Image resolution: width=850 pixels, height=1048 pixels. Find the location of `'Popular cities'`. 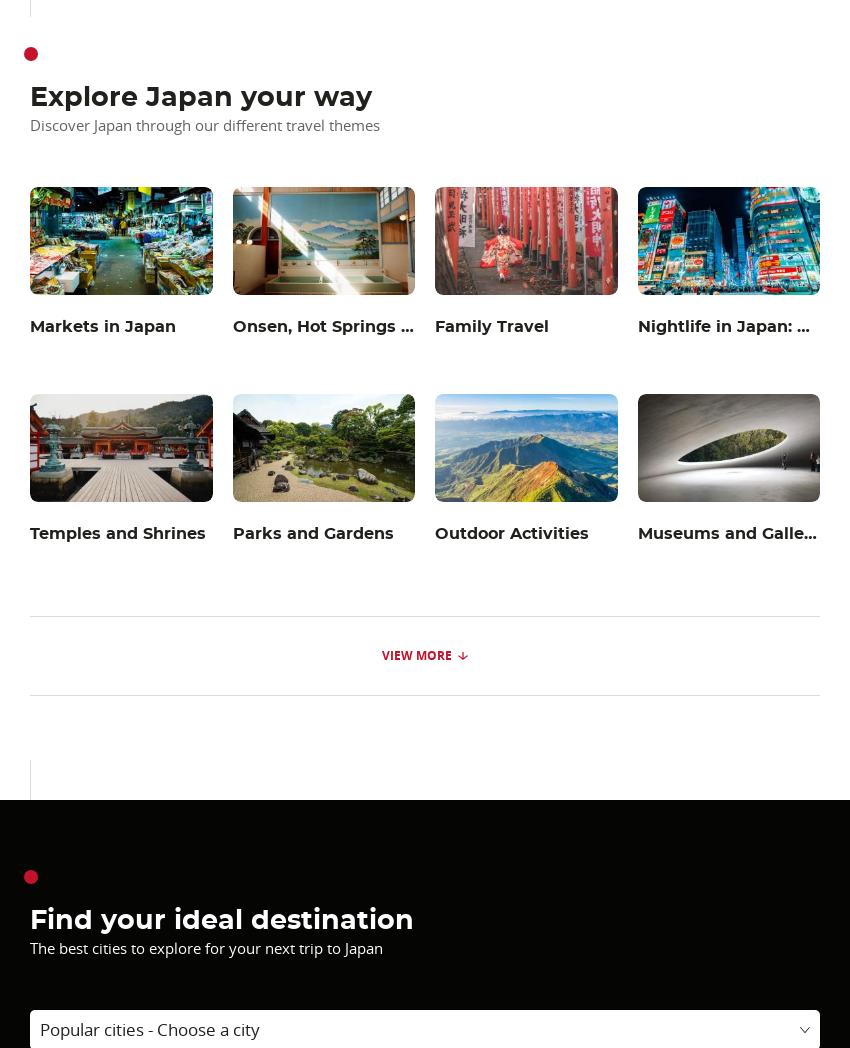

'Popular cities' is located at coordinates (39, 1028).